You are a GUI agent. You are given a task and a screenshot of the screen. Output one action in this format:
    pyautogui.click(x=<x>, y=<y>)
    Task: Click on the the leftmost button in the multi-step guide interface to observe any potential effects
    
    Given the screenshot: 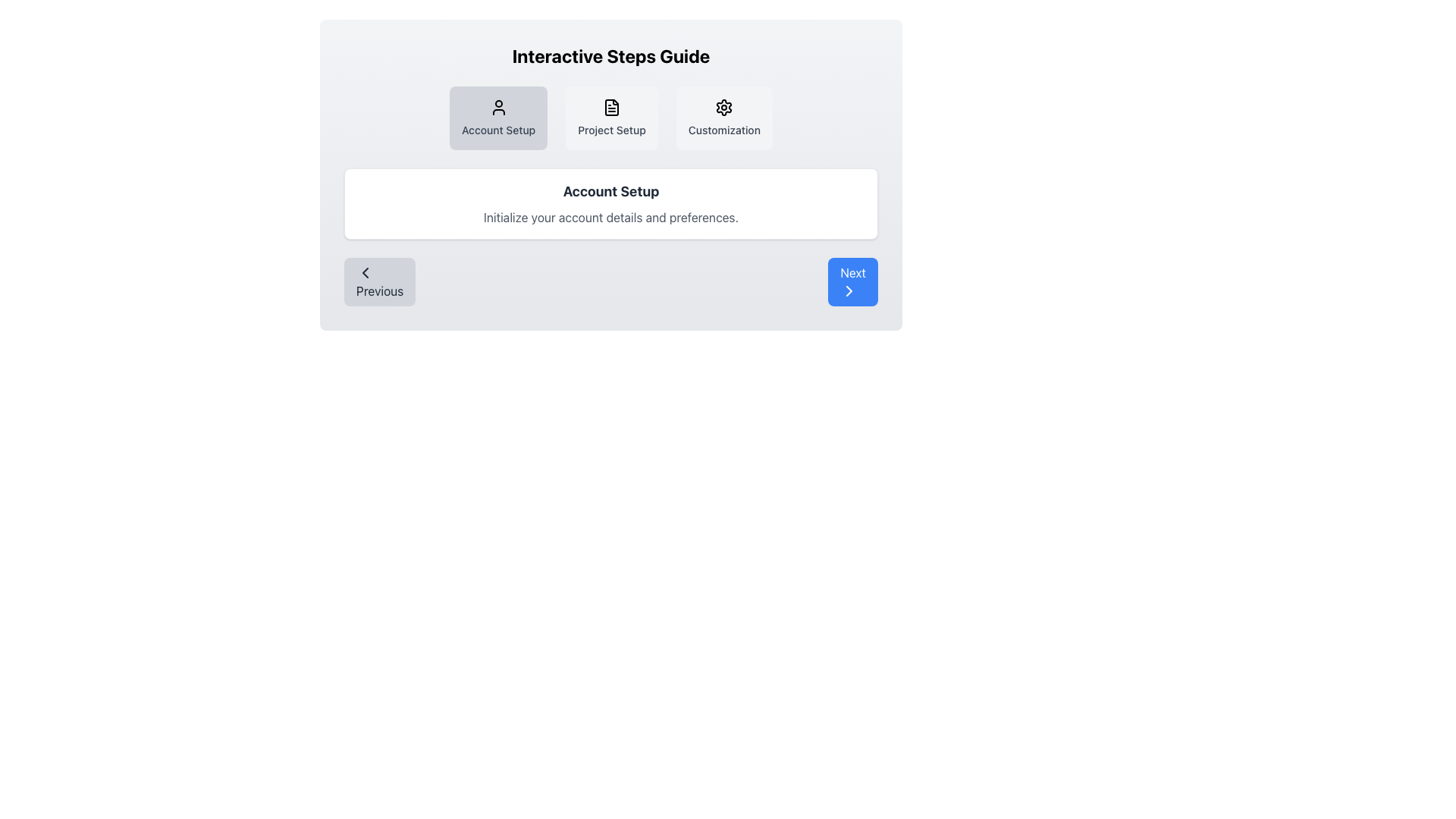 What is the action you would take?
    pyautogui.click(x=380, y=281)
    